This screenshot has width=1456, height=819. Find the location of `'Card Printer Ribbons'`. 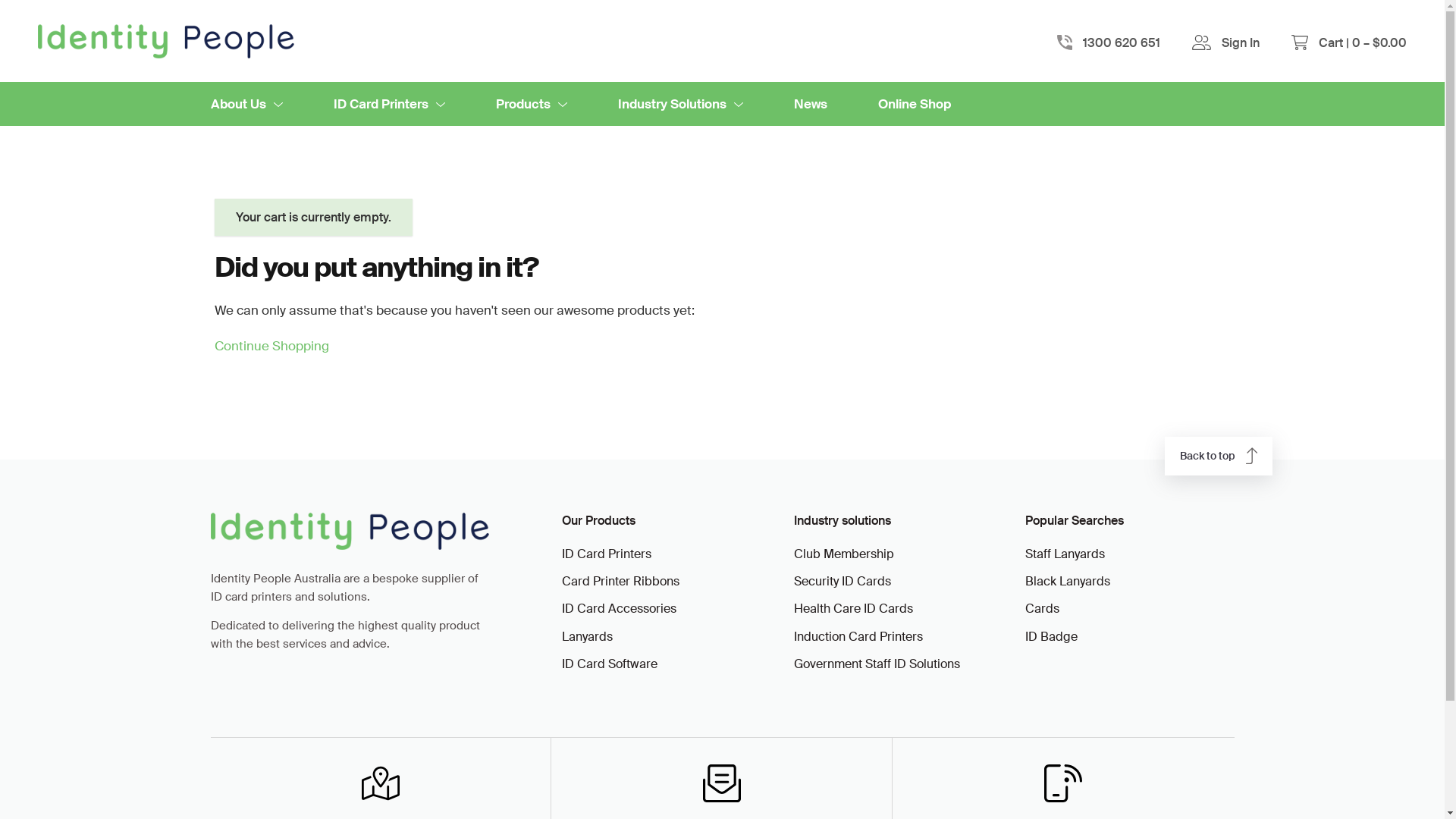

'Card Printer Ribbons' is located at coordinates (662, 581).